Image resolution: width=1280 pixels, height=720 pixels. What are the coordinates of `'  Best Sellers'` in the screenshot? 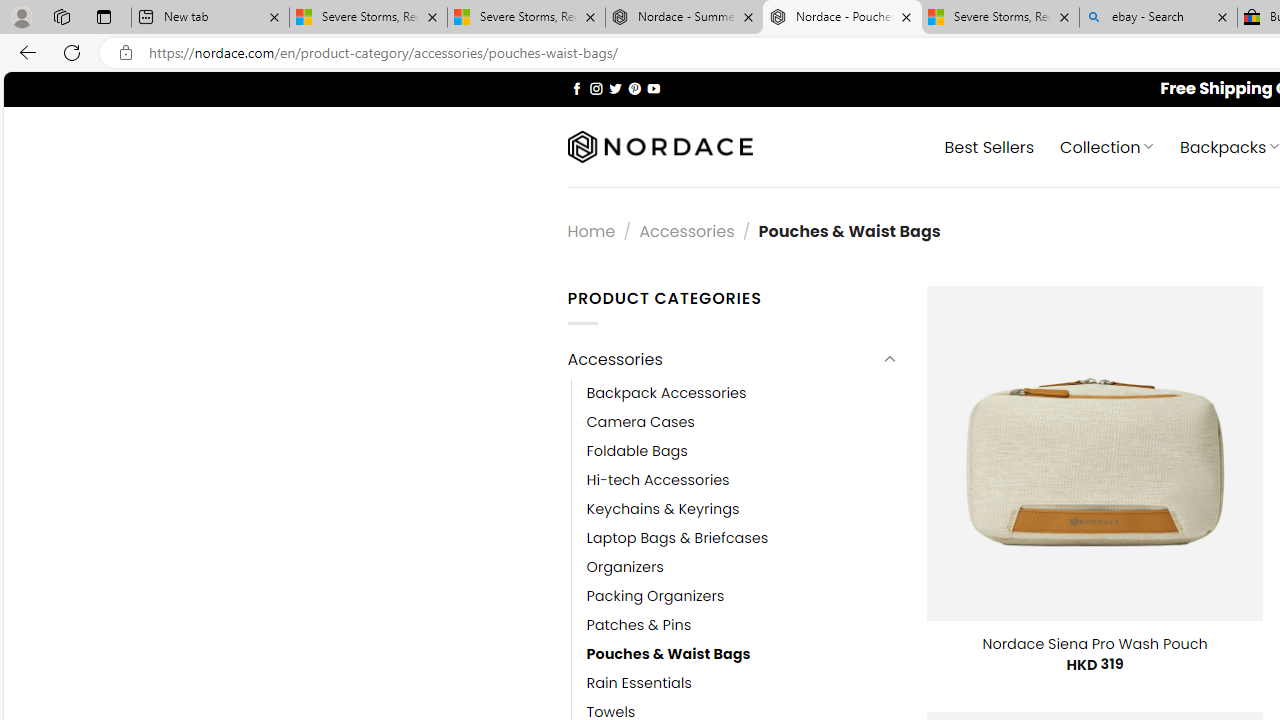 It's located at (990, 145).